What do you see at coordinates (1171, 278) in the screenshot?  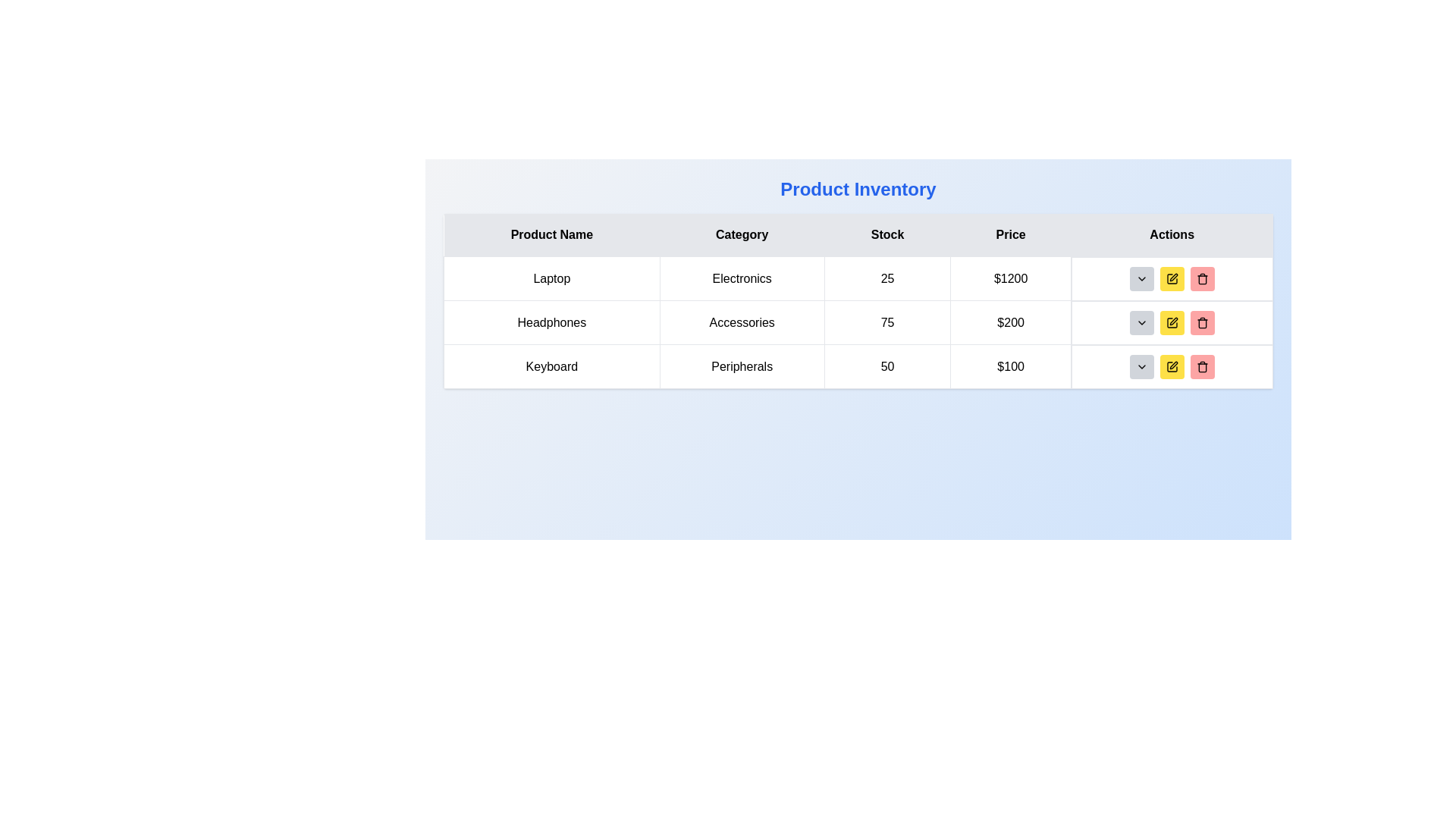 I see `the 'Edit' button for the 'Headphones' product in the Actions column of the table` at bounding box center [1171, 278].